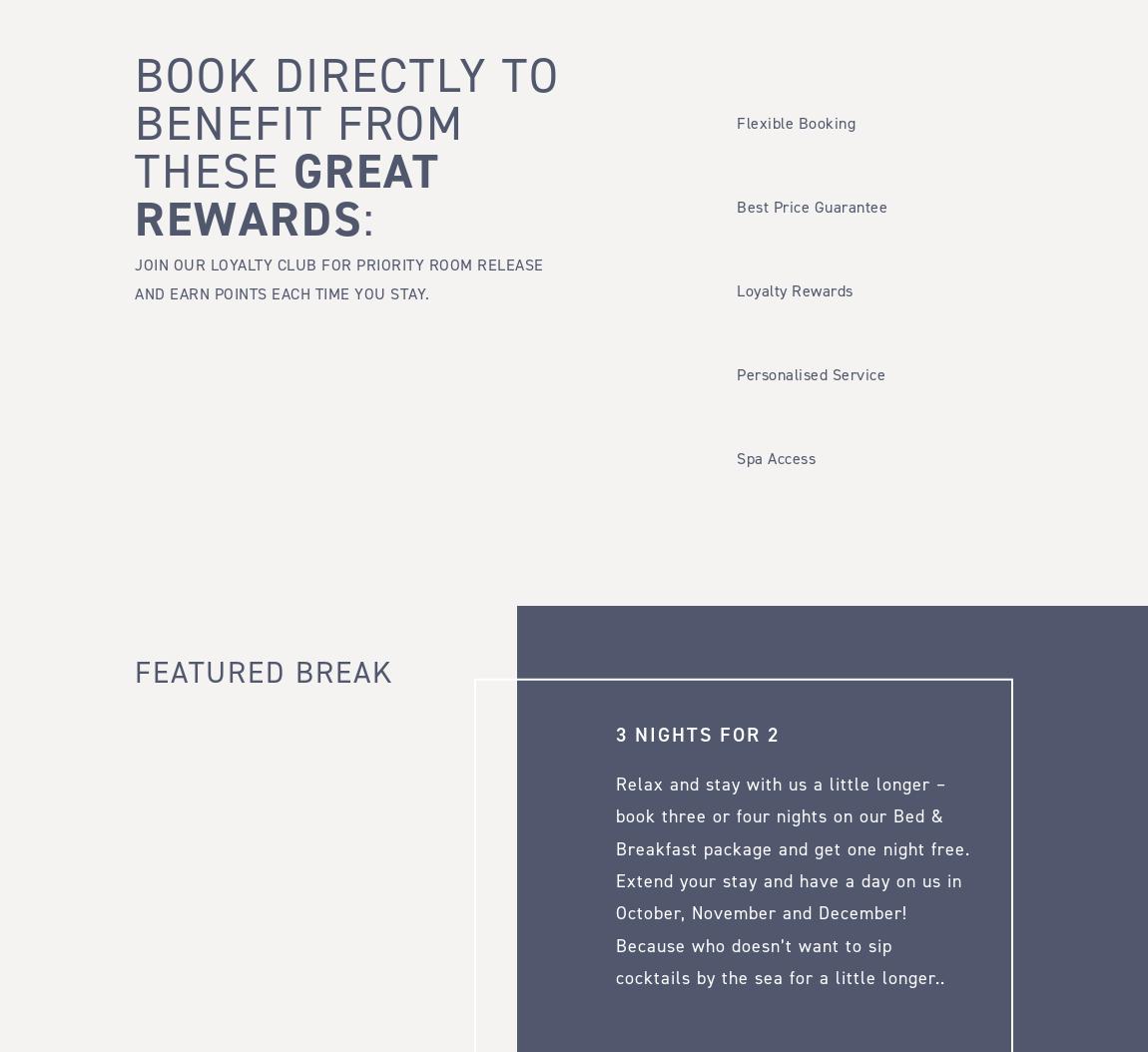  I want to click on '3 nights for 2', so click(614, 732).